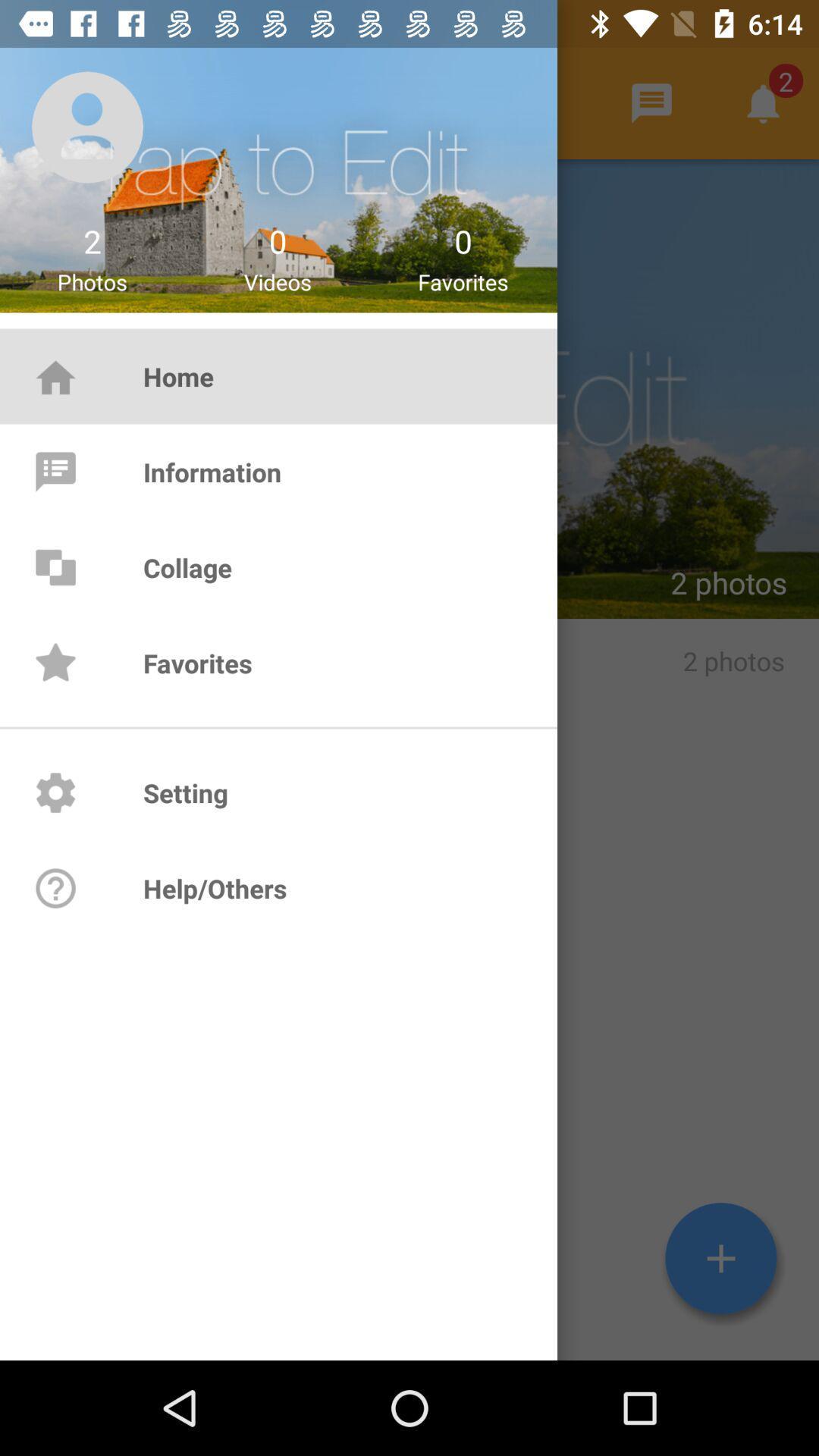 This screenshot has width=819, height=1456. What do you see at coordinates (720, 1258) in the screenshot?
I see `the add icon` at bounding box center [720, 1258].